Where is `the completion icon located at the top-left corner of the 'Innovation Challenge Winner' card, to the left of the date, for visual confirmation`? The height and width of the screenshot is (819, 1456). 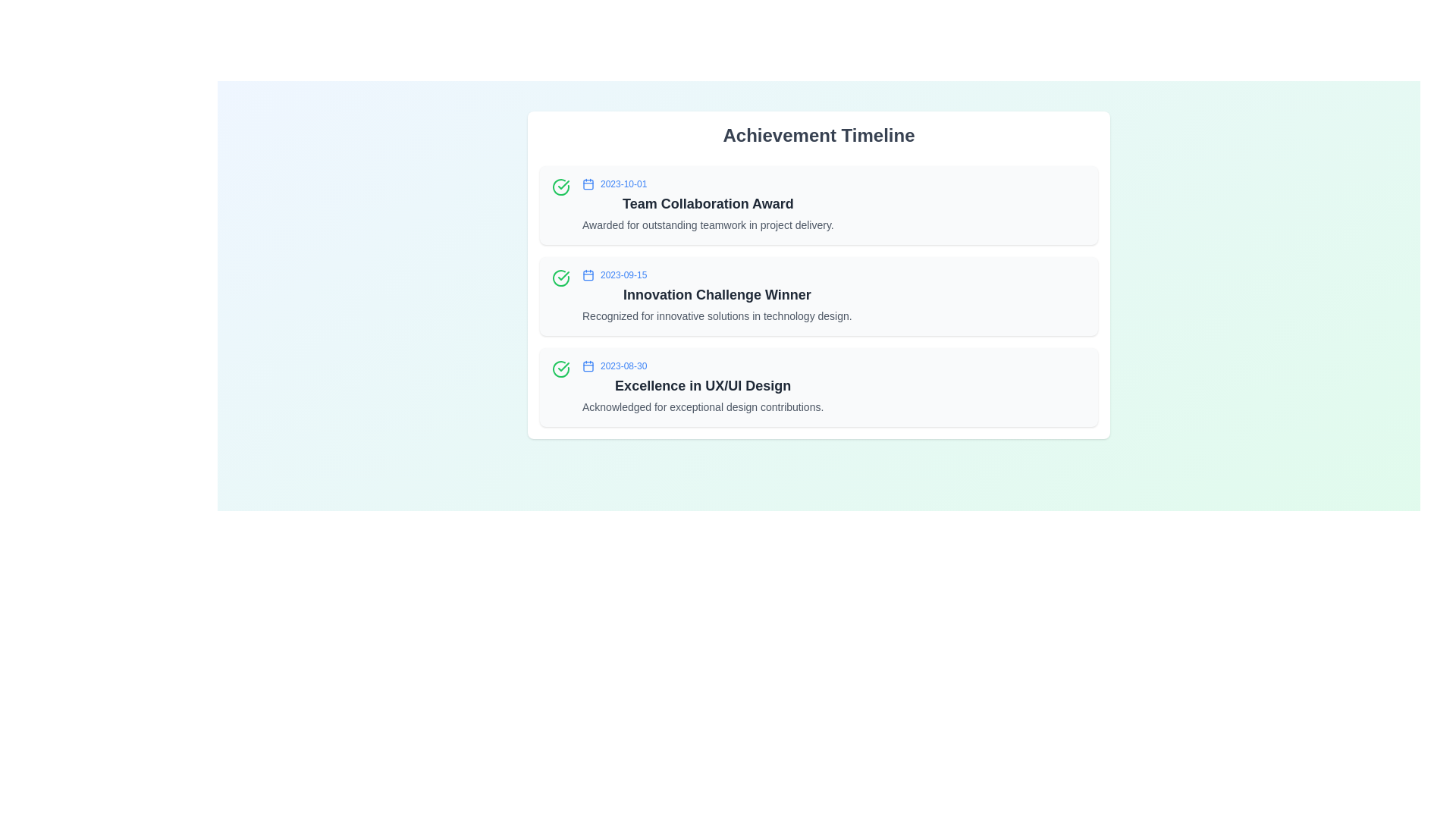
the completion icon located at the top-left corner of the 'Innovation Challenge Winner' card, to the left of the date, for visual confirmation is located at coordinates (560, 278).